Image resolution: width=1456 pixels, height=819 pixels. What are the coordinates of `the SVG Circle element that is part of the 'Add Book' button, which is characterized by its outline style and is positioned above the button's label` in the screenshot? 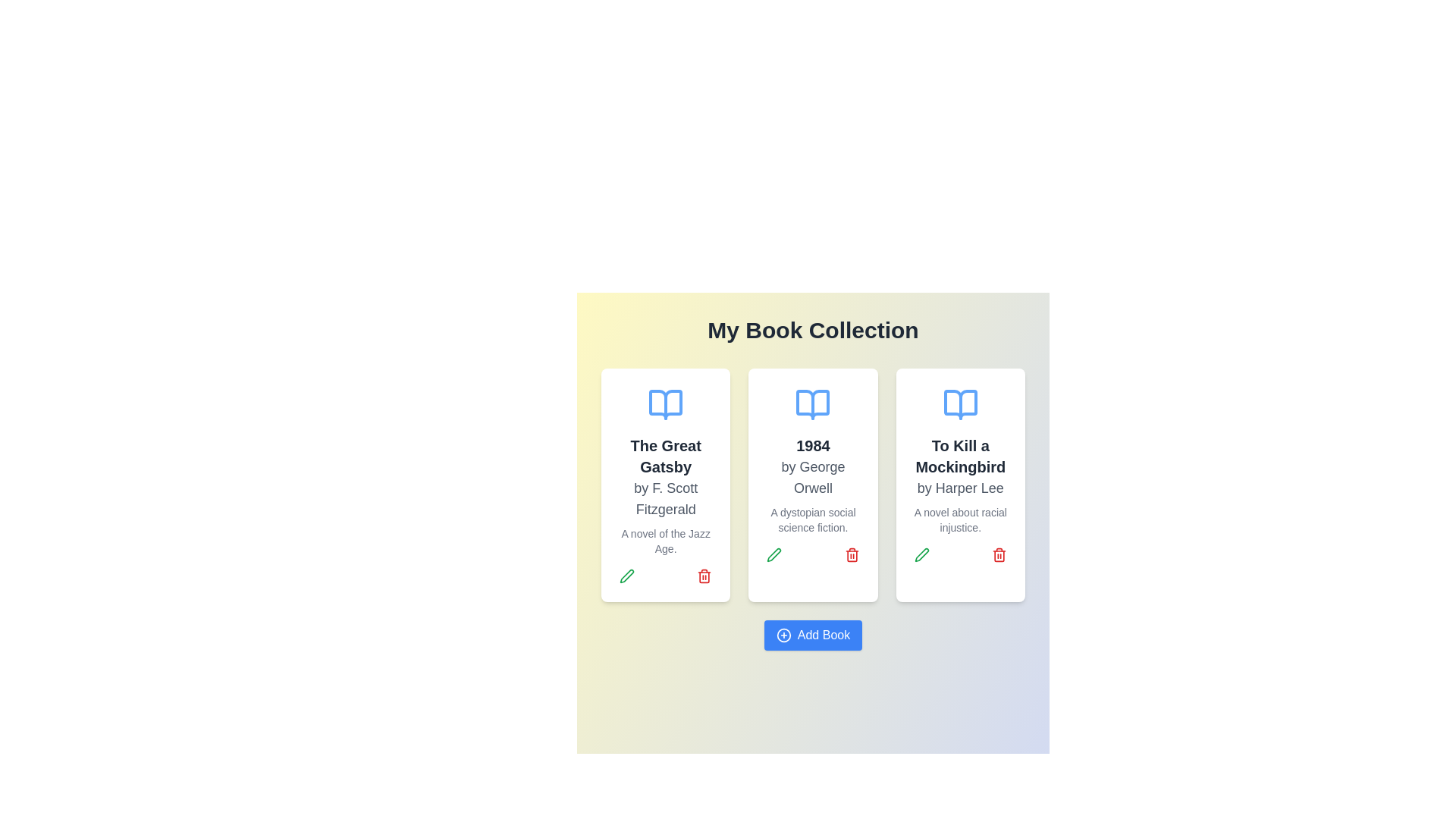 It's located at (783, 635).